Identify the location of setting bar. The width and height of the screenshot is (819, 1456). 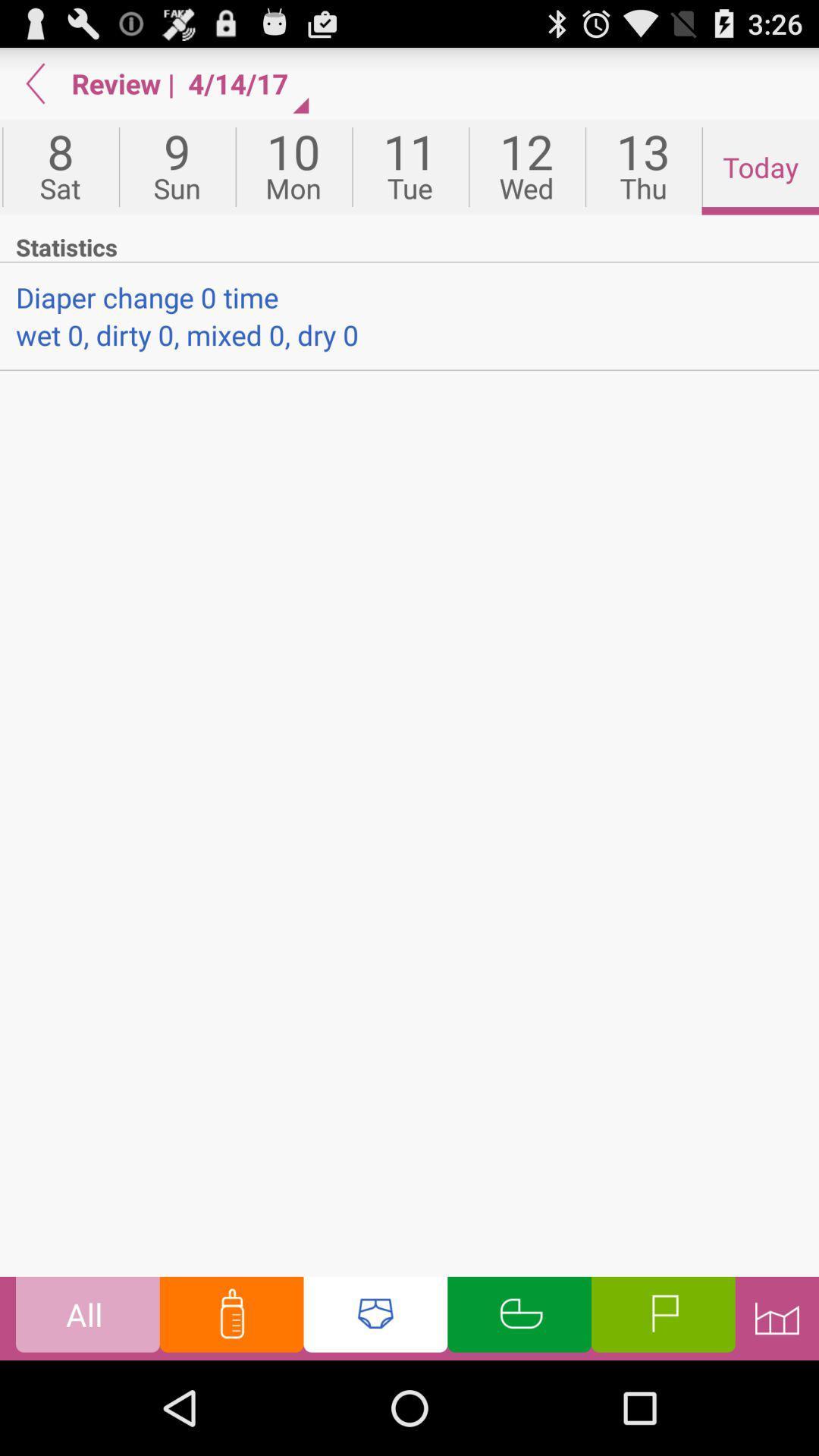
(777, 1317).